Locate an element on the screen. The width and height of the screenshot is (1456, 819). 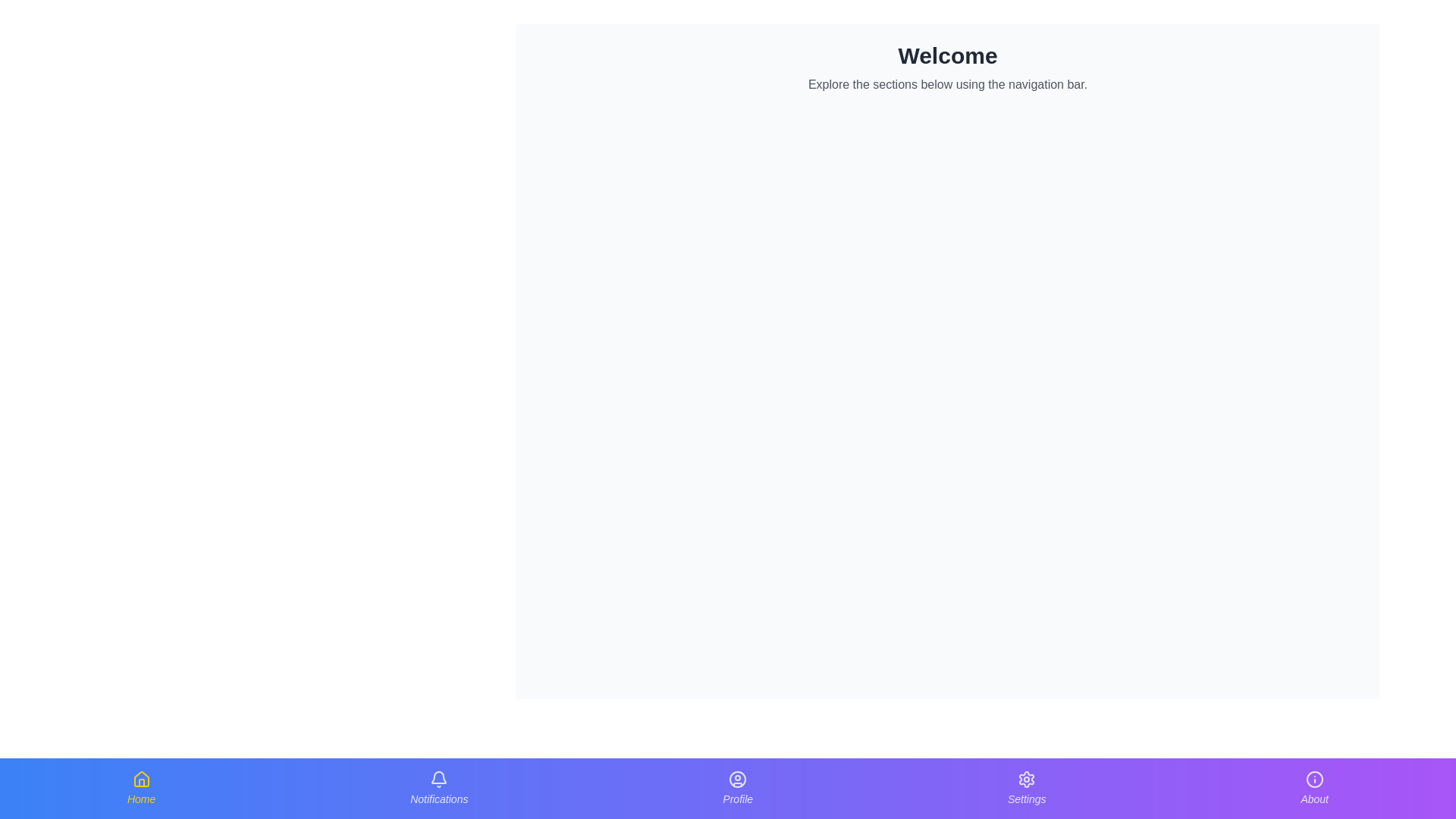
the notification bell icon located at the center of the 'Notifications' section in the bottom navigation bar is located at coordinates (438, 777).